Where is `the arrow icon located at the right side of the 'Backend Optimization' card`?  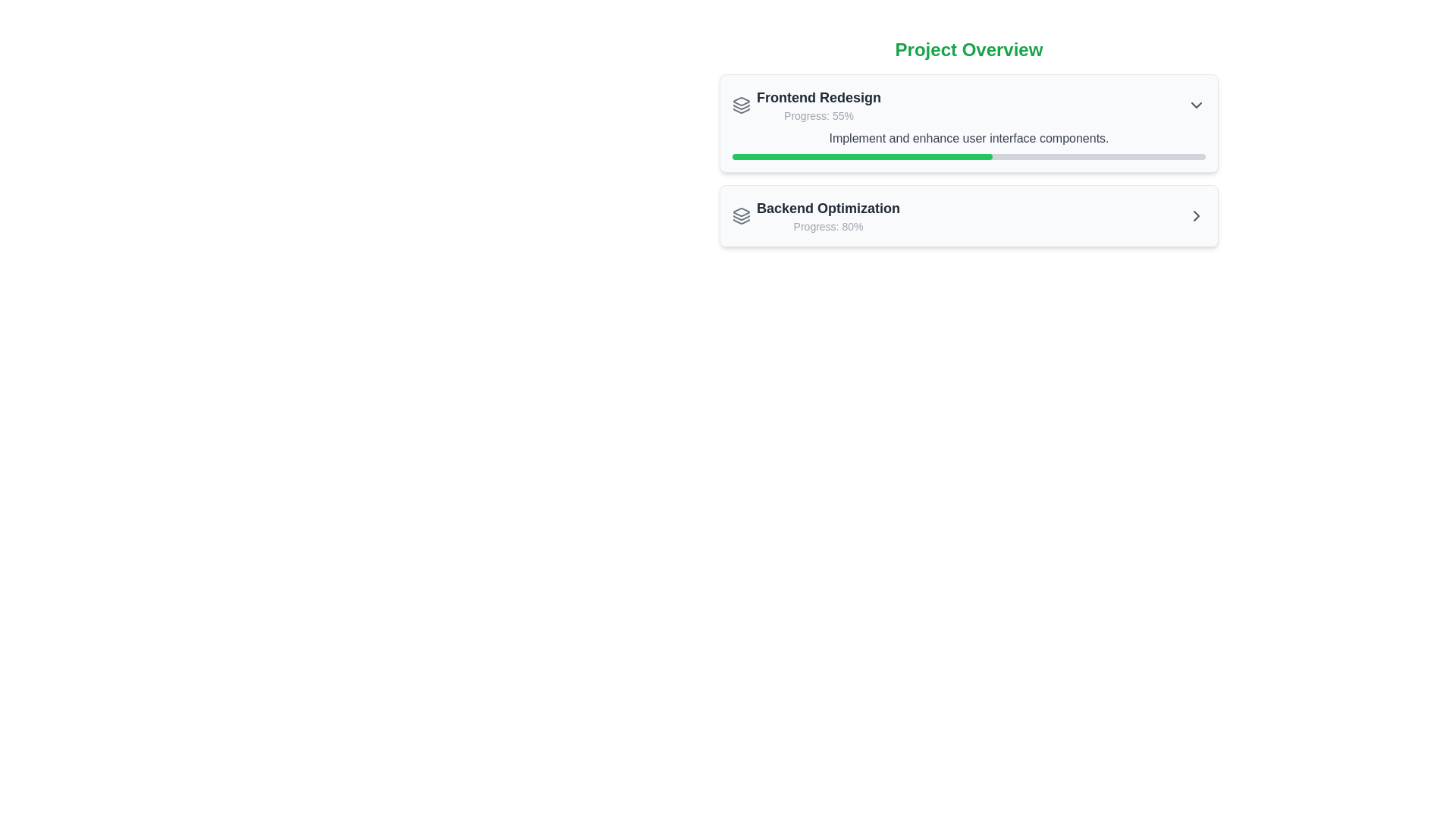 the arrow icon located at the right side of the 'Backend Optimization' card is located at coordinates (1196, 216).